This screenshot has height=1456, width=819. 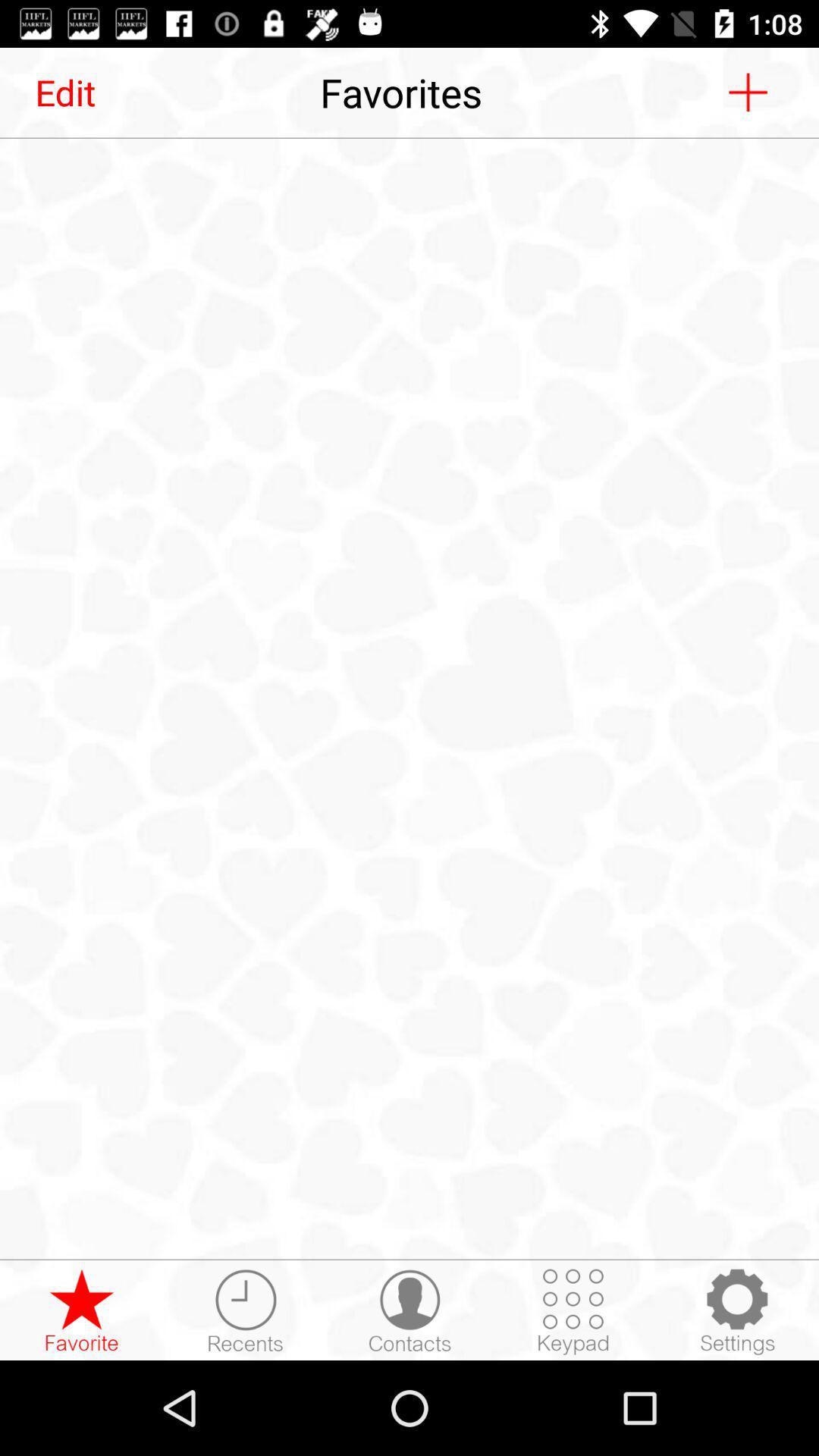 What do you see at coordinates (409, 1310) in the screenshot?
I see `contacts icon` at bounding box center [409, 1310].